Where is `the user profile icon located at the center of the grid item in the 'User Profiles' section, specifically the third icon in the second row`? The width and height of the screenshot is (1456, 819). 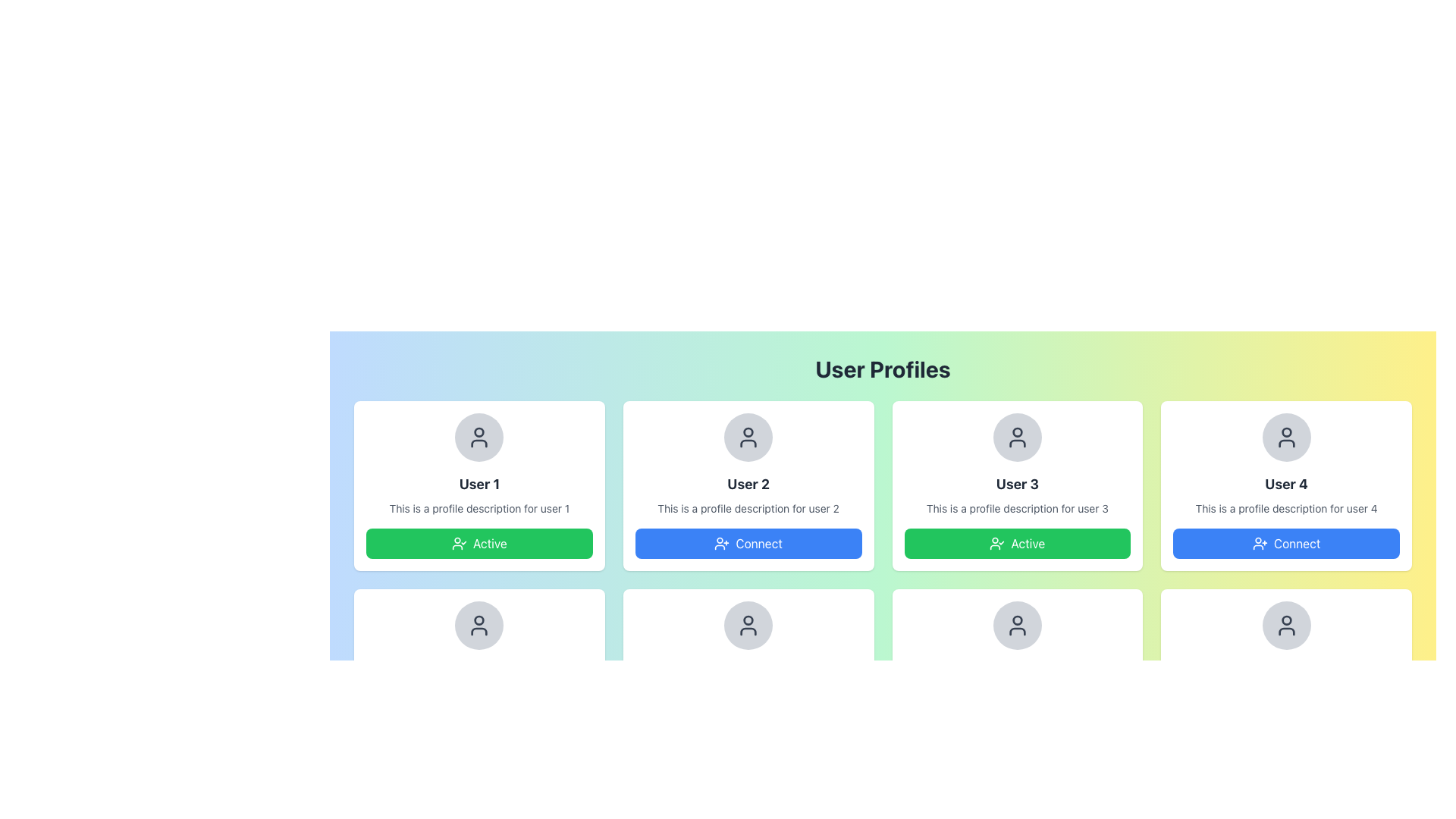 the user profile icon located at the center of the grid item in the 'User Profiles' section, specifically the third icon in the second row is located at coordinates (1017, 626).